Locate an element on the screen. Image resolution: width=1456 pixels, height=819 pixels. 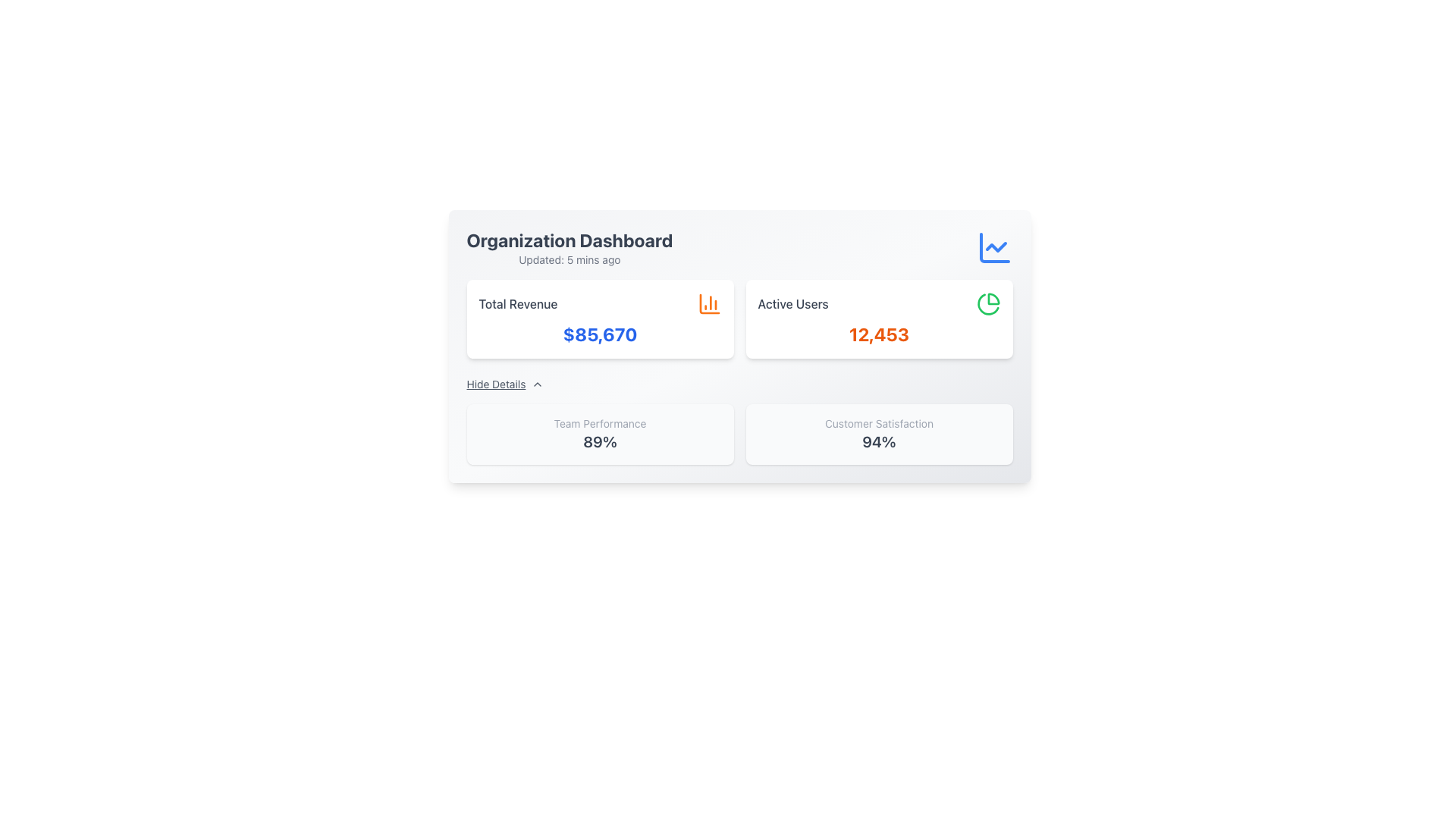
the chart-related icon located in the top-right corner of the dashboard interface, which serves as an indicator for data performance or trends is located at coordinates (996, 246).